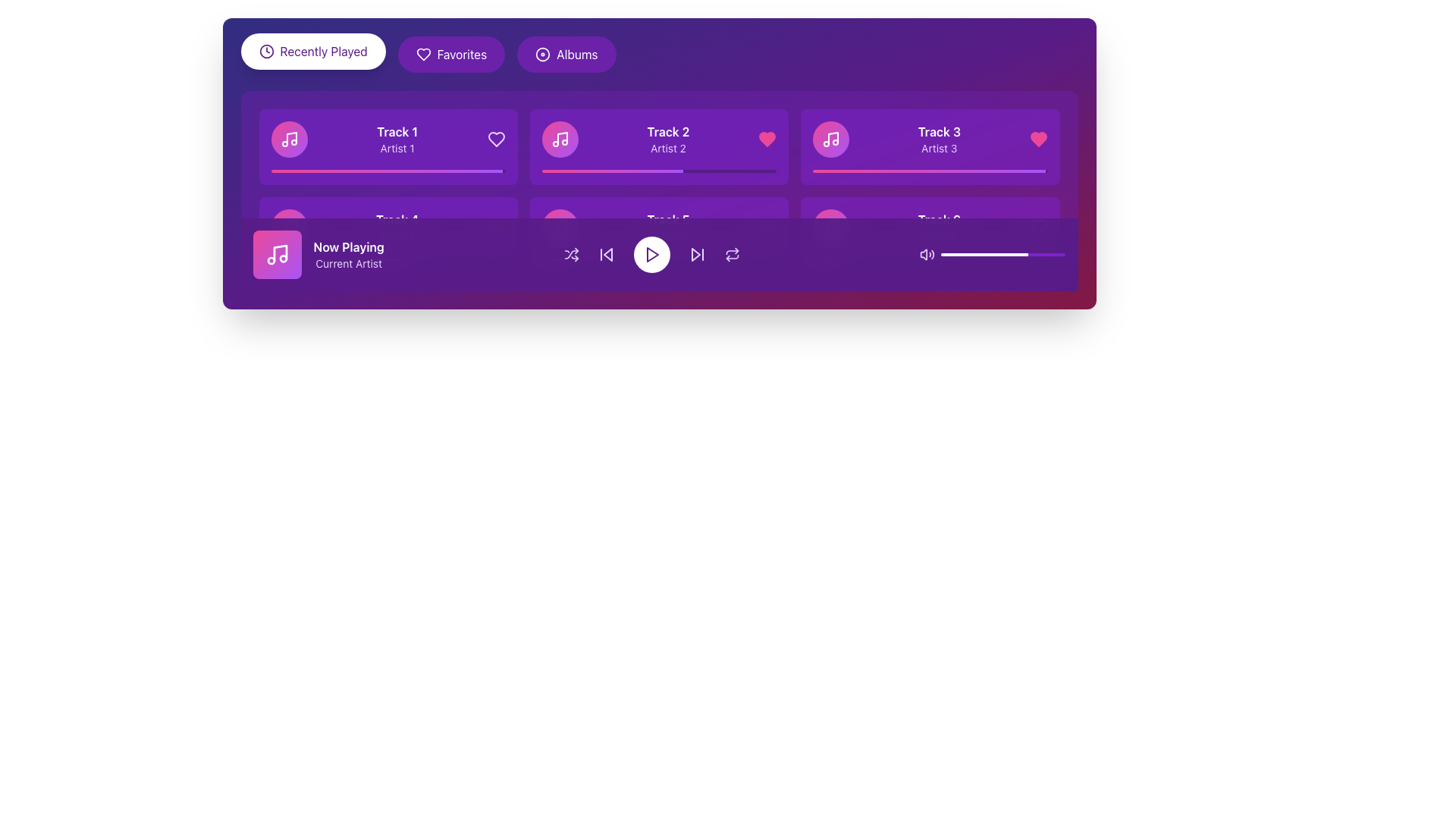  Describe the element at coordinates (289, 140) in the screenshot. I see `the icon representing the music track 'Track 1' located in the top-left corner of the group for 'Track 1' and 'Artist 1' information to interact with it` at that location.